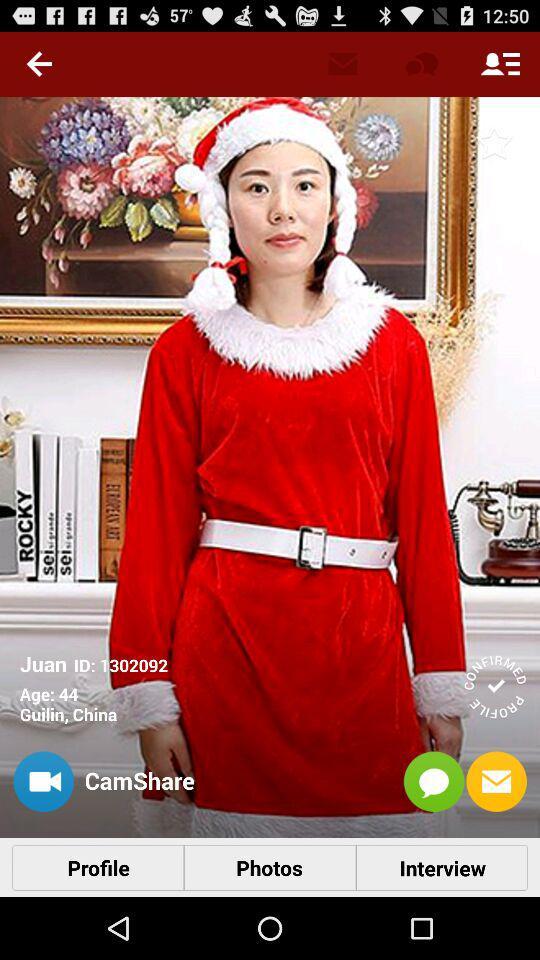  Describe the element at coordinates (493, 150) in the screenshot. I see `the star icon` at that location.